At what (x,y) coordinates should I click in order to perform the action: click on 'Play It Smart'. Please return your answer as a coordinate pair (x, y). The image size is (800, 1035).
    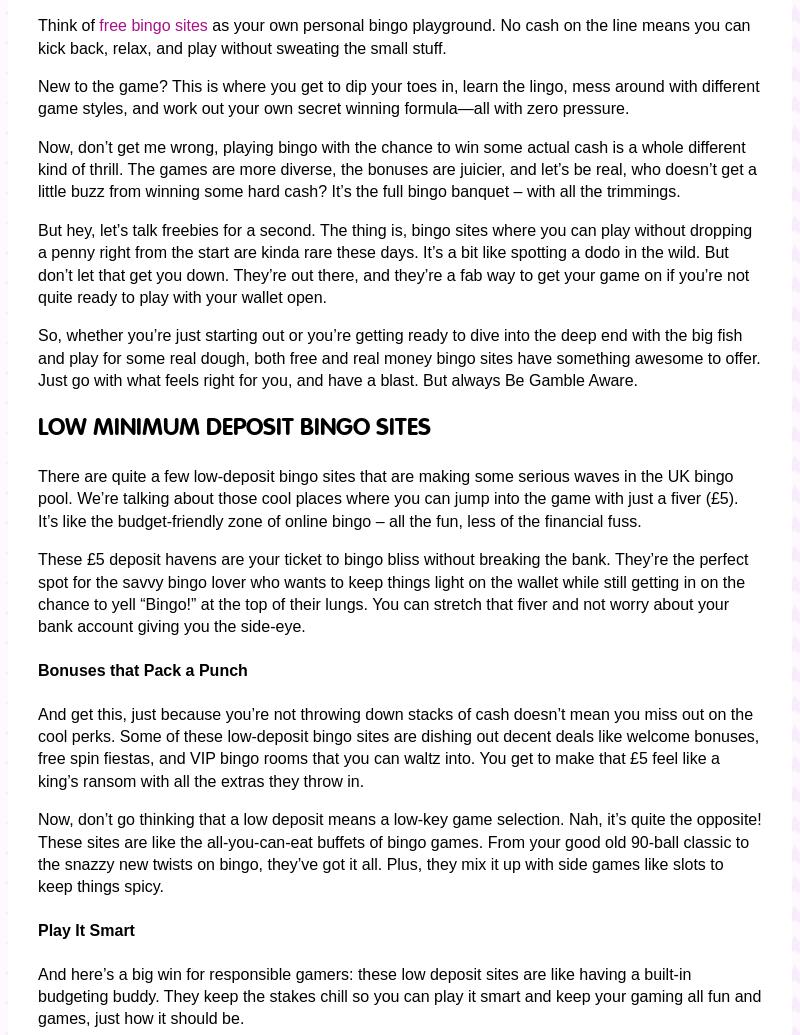
    Looking at the image, I should click on (86, 929).